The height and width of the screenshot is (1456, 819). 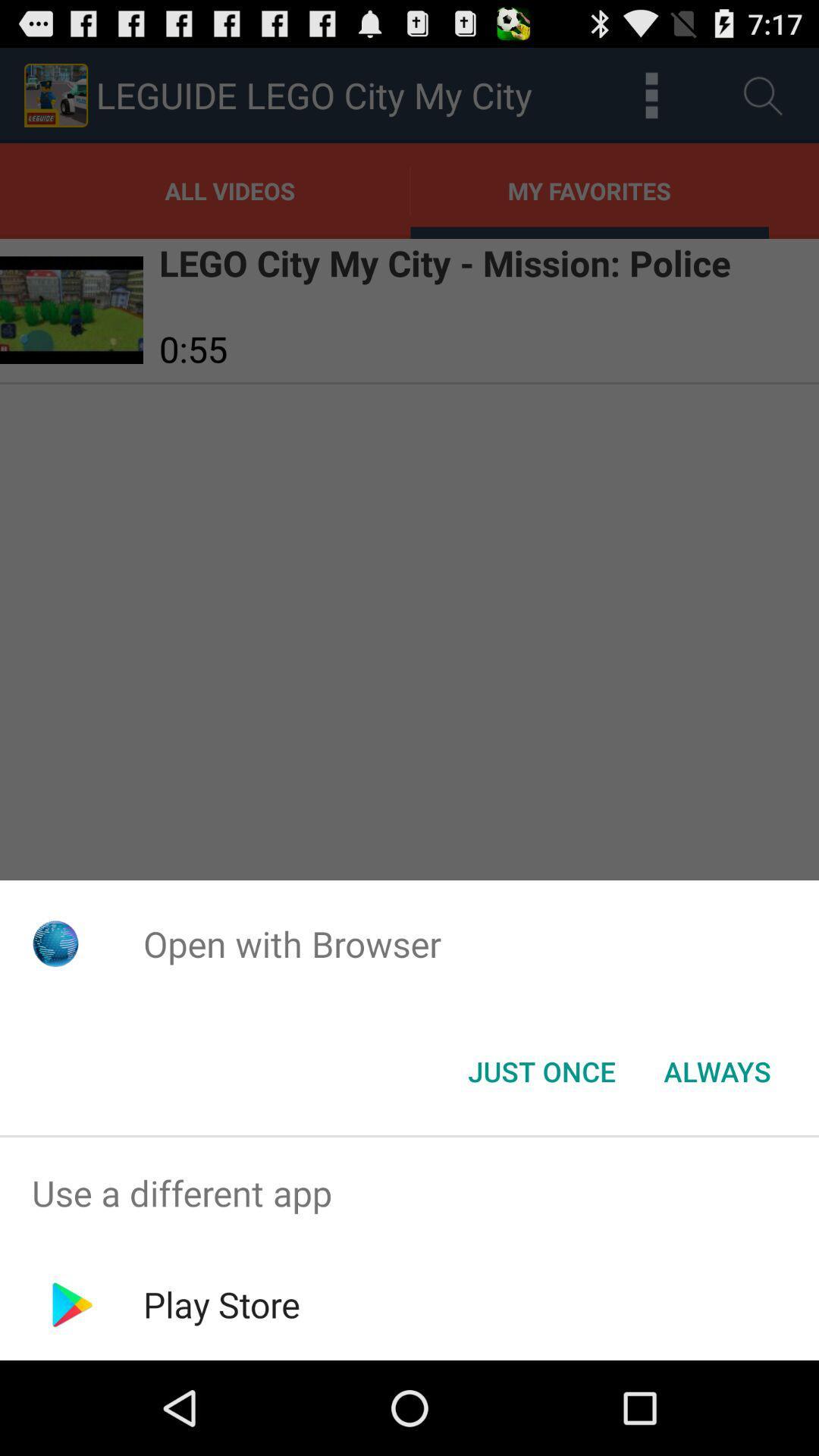 What do you see at coordinates (541, 1070) in the screenshot?
I see `the item below open with browser icon` at bounding box center [541, 1070].